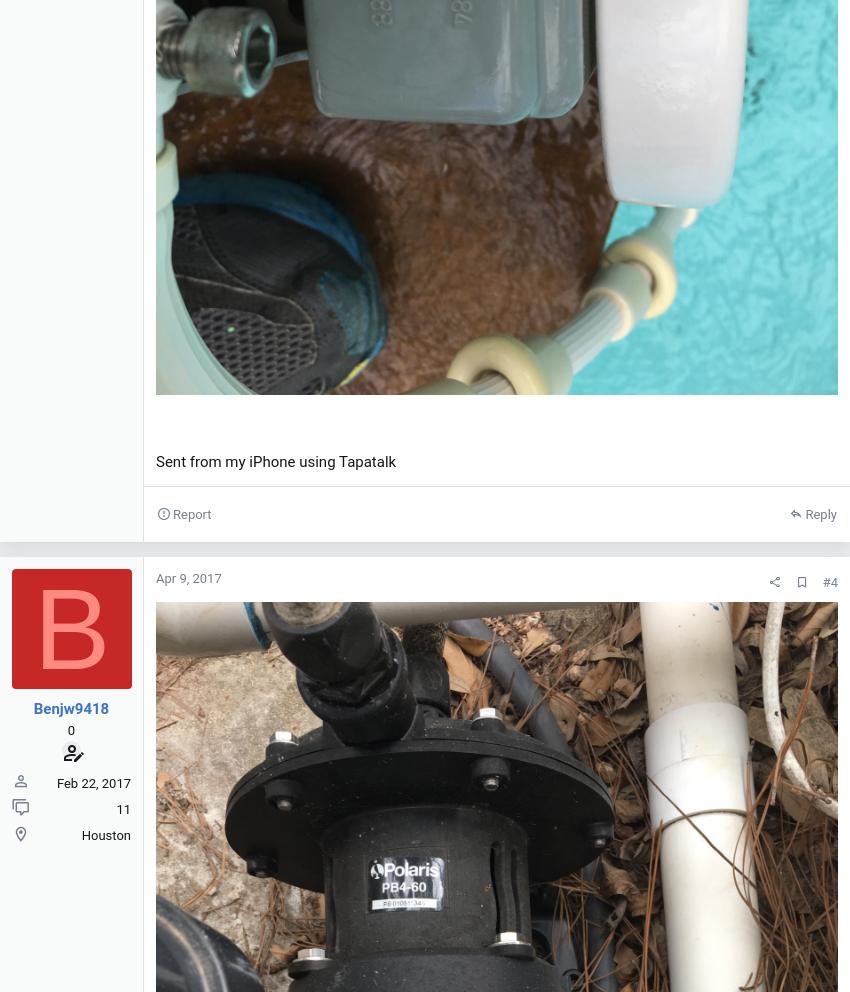  What do you see at coordinates (830, 580) in the screenshot?
I see `'#4'` at bounding box center [830, 580].